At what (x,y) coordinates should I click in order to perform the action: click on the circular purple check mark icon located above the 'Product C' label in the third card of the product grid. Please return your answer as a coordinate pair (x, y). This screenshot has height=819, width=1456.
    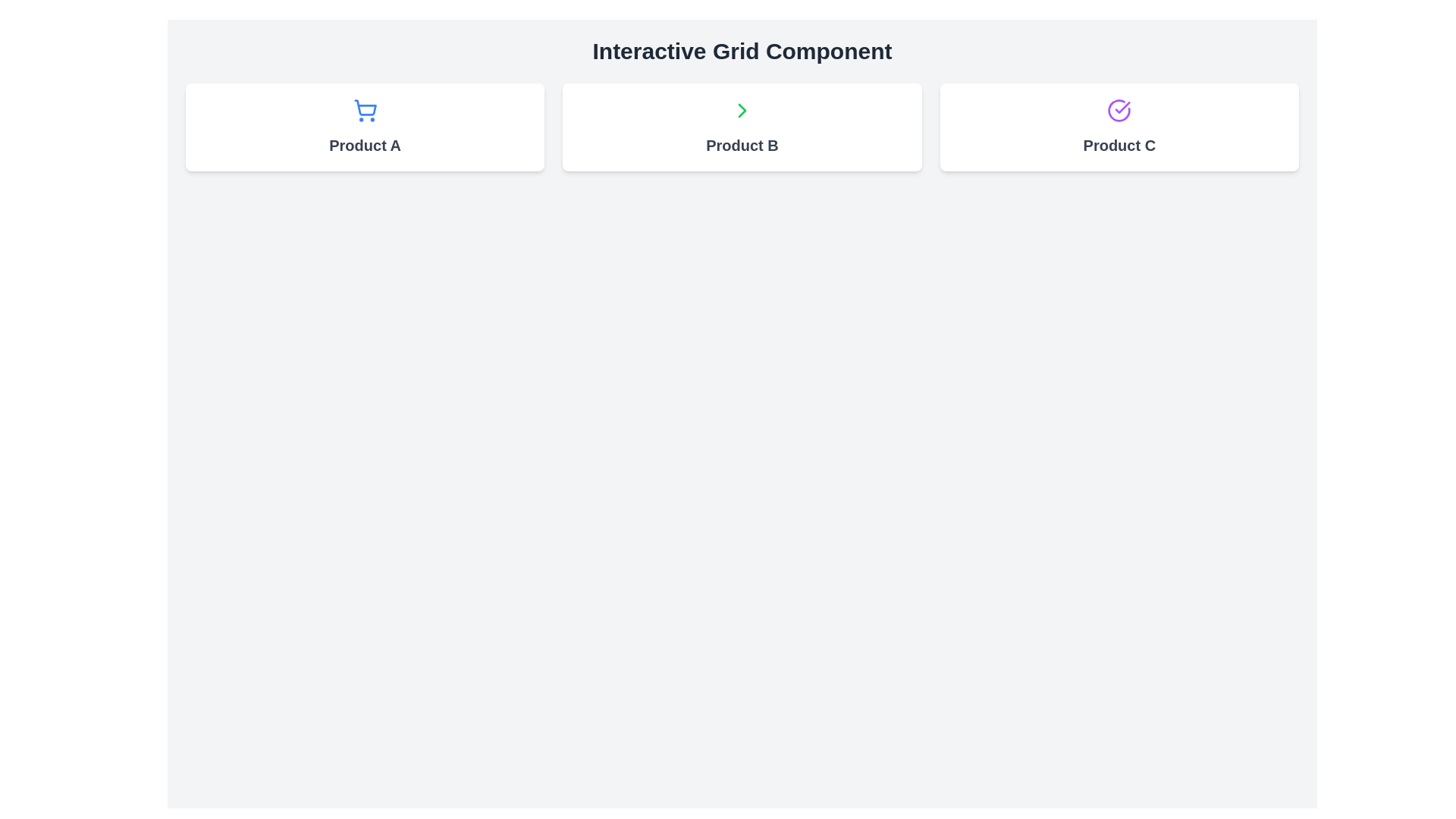
    Looking at the image, I should click on (1119, 110).